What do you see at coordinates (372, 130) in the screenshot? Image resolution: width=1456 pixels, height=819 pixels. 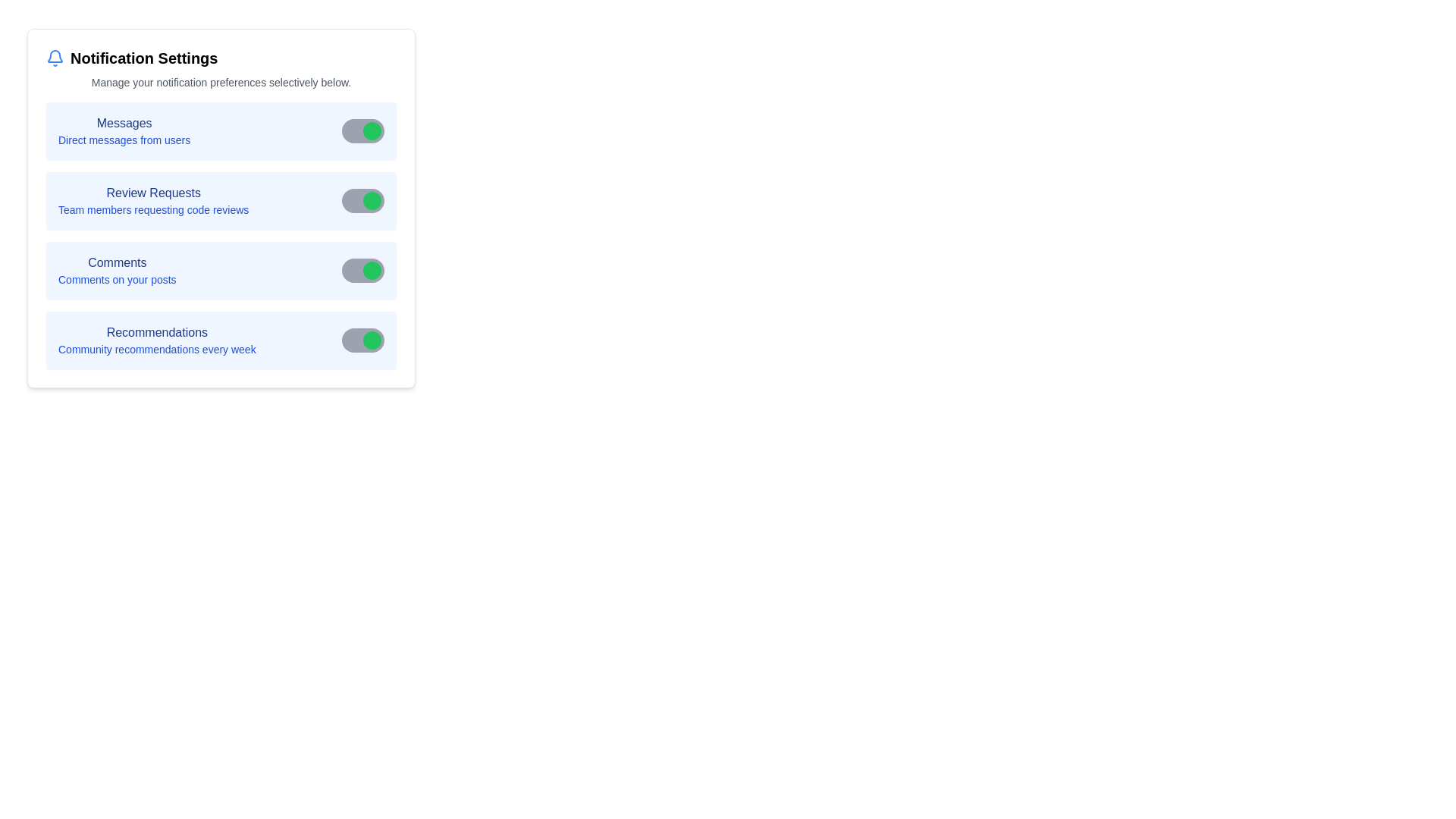 I see `the green circular knob of the toggle switch labeled 'Messages: Direct messages from users.' which is currently in the 'on' state` at bounding box center [372, 130].